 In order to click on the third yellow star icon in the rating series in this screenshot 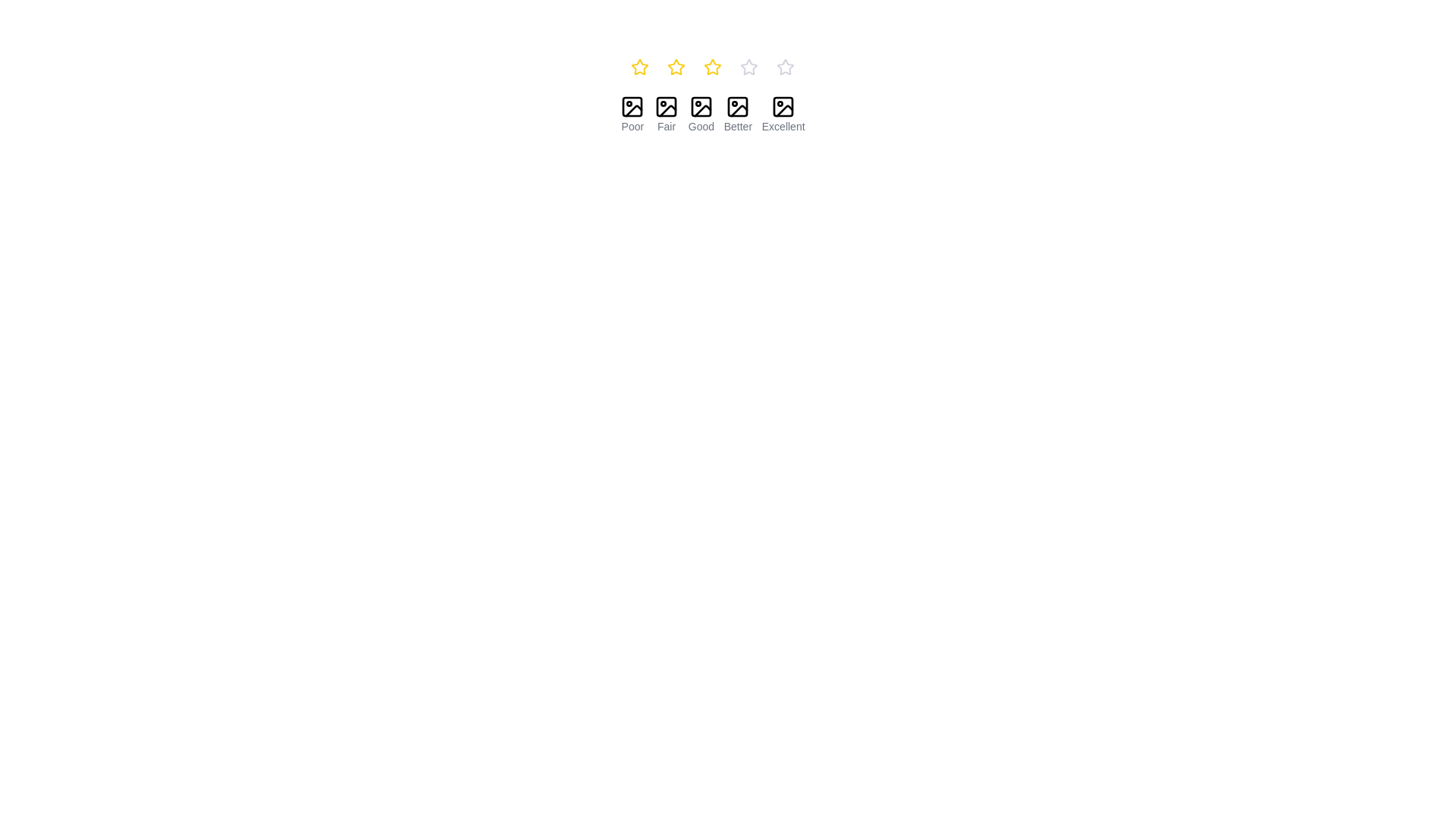, I will do `click(712, 66)`.